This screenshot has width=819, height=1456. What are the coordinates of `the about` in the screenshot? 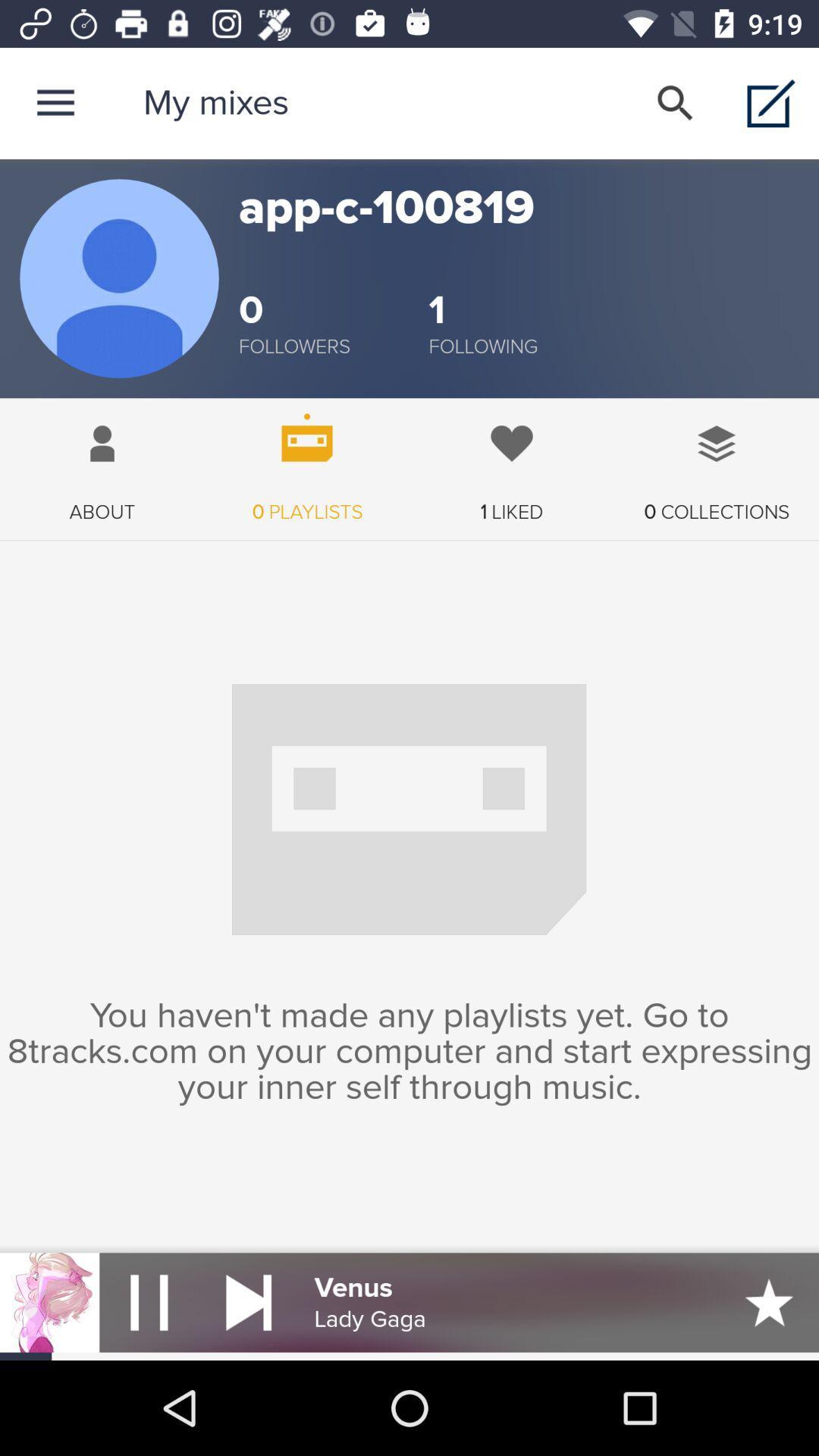 It's located at (102, 460).